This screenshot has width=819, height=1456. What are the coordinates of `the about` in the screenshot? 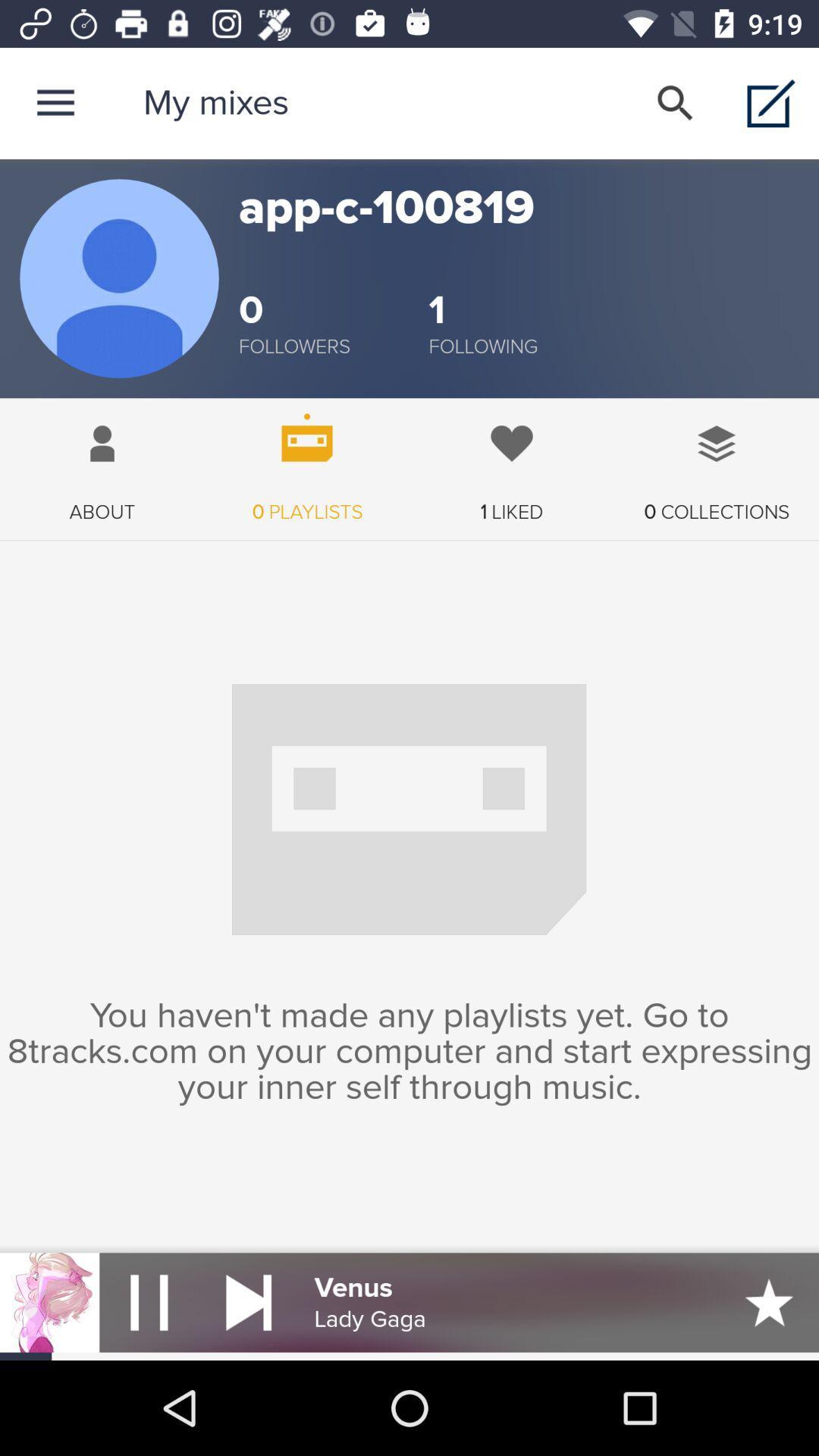 It's located at (102, 460).